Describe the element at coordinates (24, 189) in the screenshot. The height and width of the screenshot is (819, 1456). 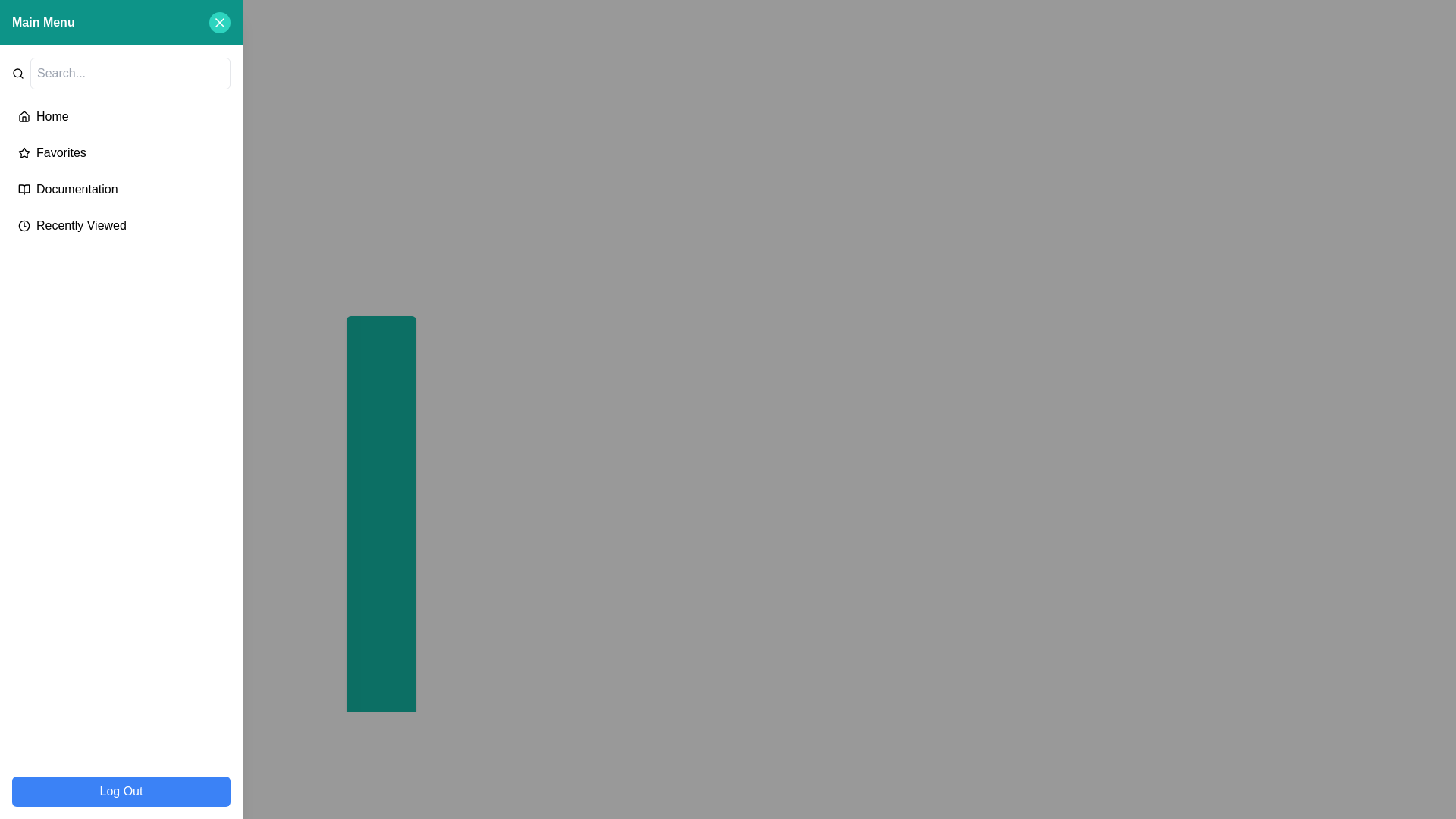
I see `the open book icon located in the left sidebar's menu section, which is part of the 'Documentation' menu entry, positioned below 'Favorites' and above 'Recently Viewed'` at that location.